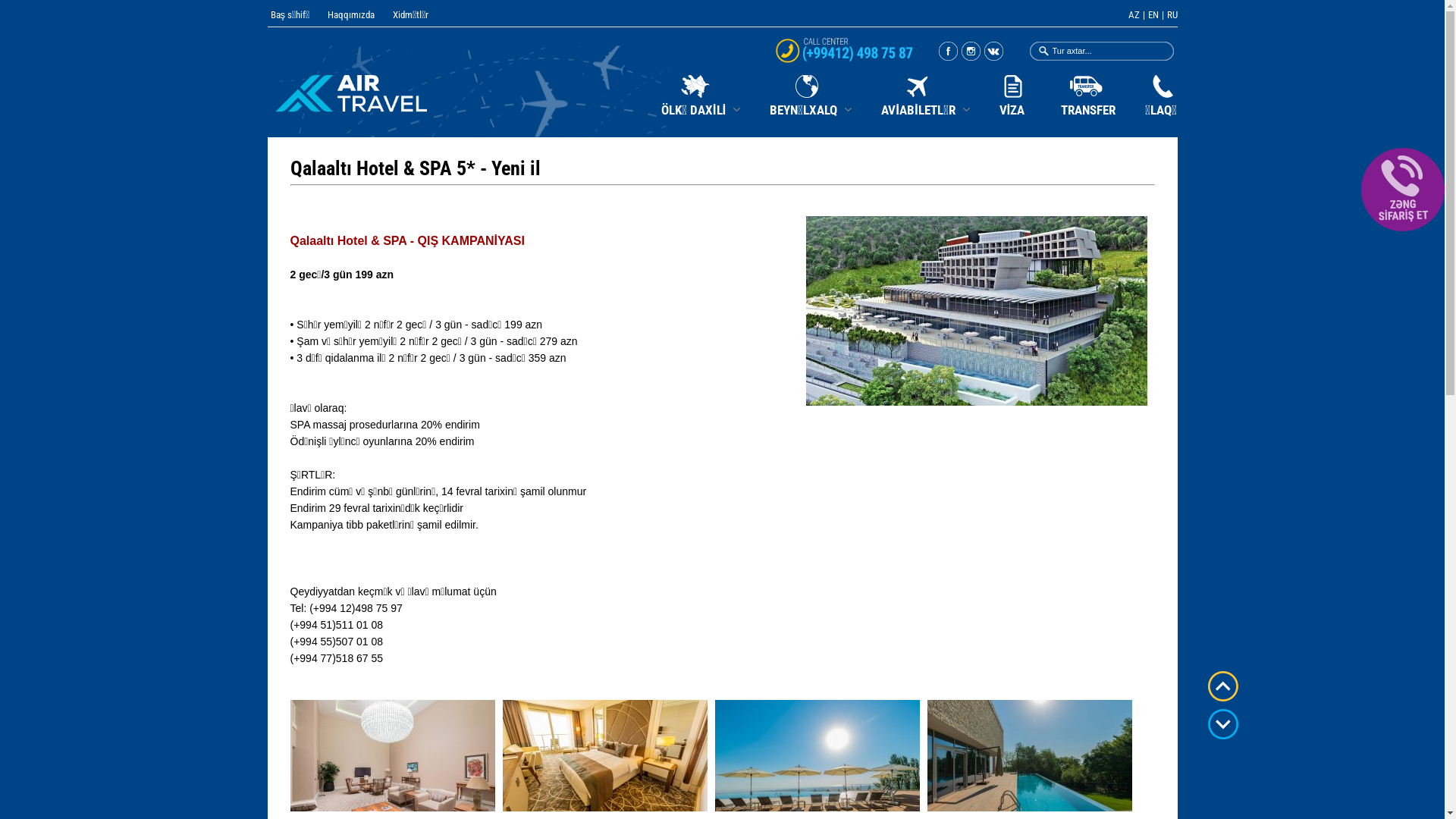  I want to click on 'EN', so click(1147, 14).